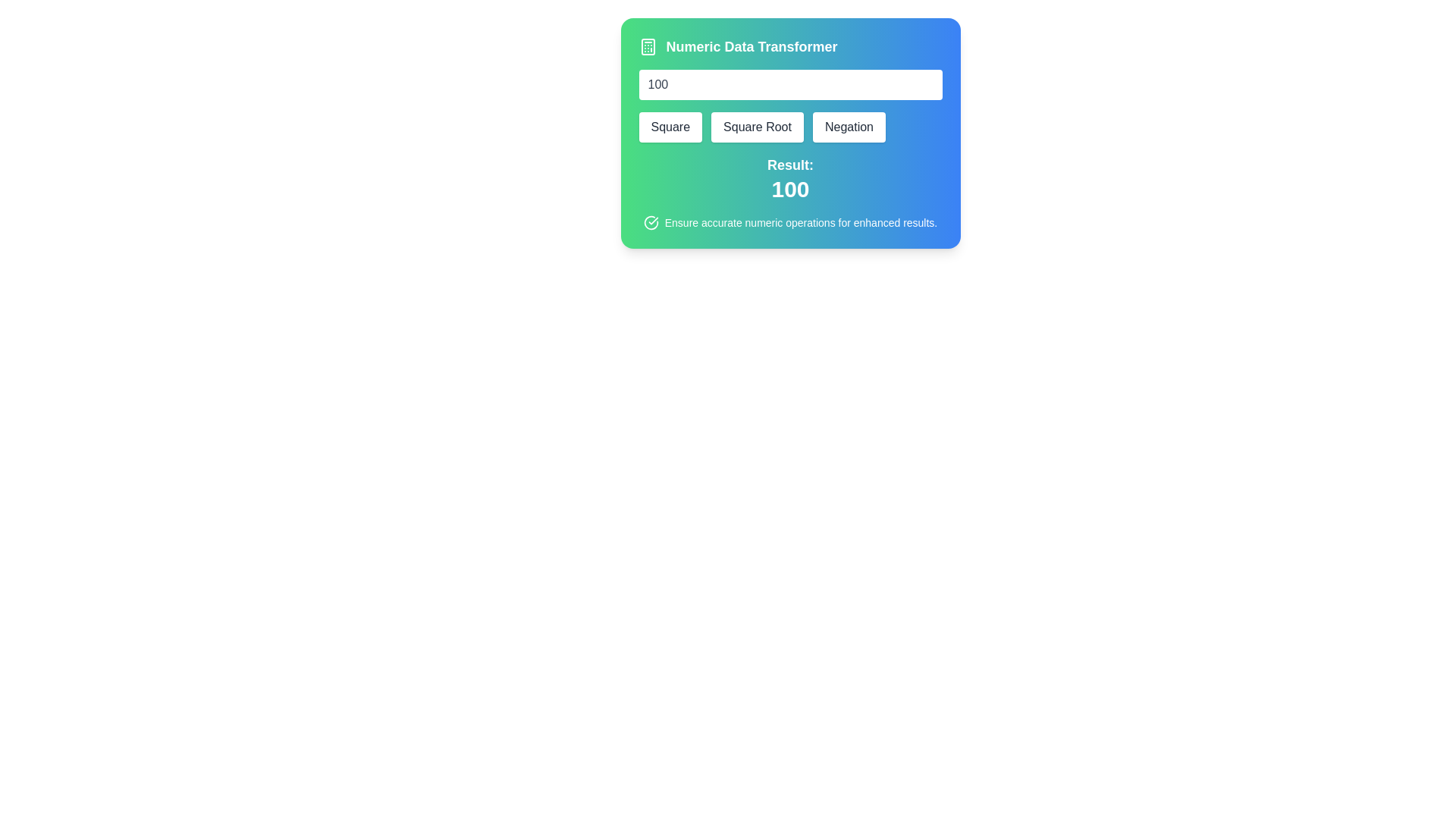  I want to click on the Label with a green check-circle icon and the text 'Ensure accurate numeric operations for enhanced results.' which is located below the numerical result value '100', so click(789, 222).